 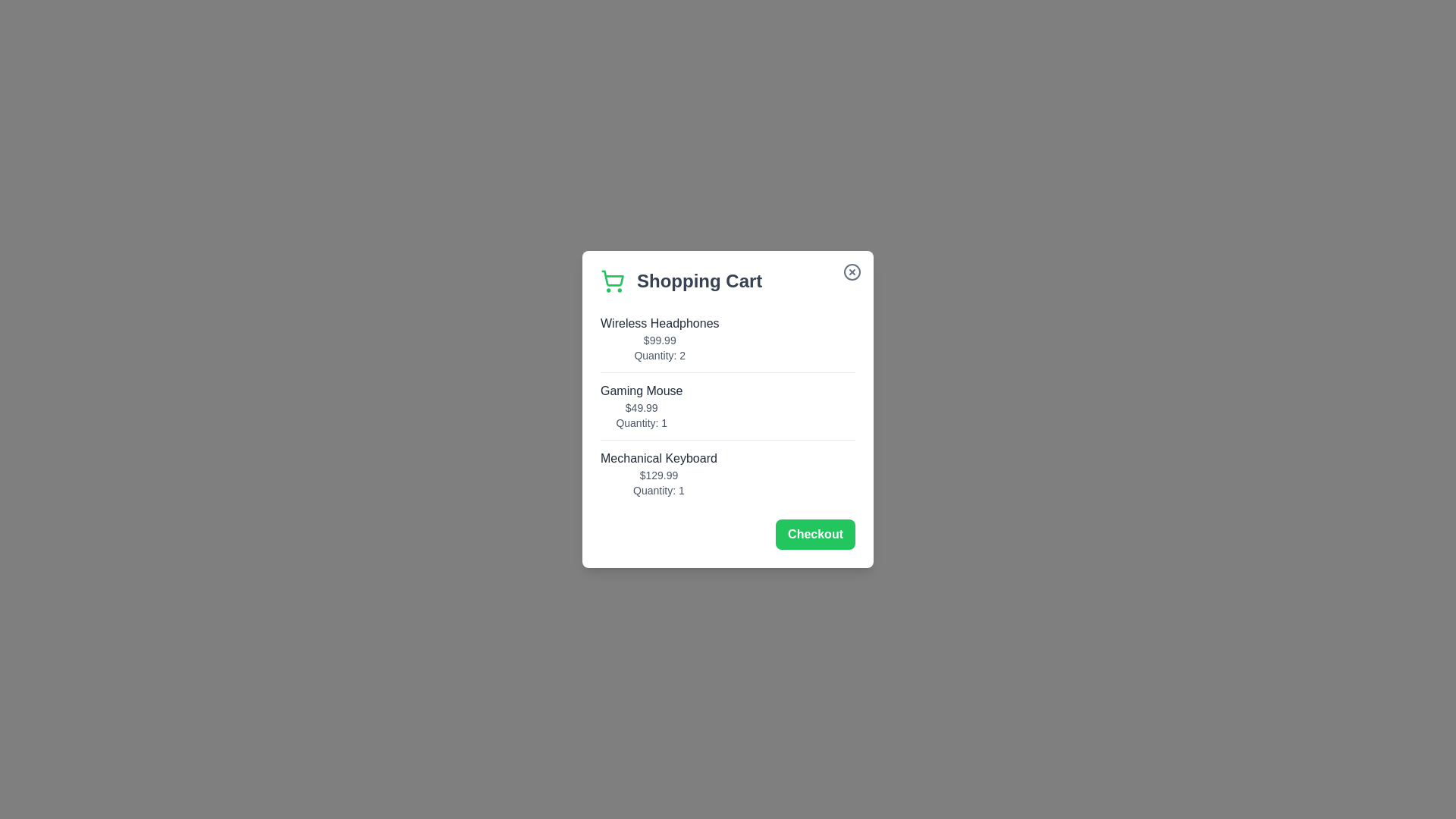 I want to click on 'Checkout' button to initiate the checkout process, so click(x=814, y=534).